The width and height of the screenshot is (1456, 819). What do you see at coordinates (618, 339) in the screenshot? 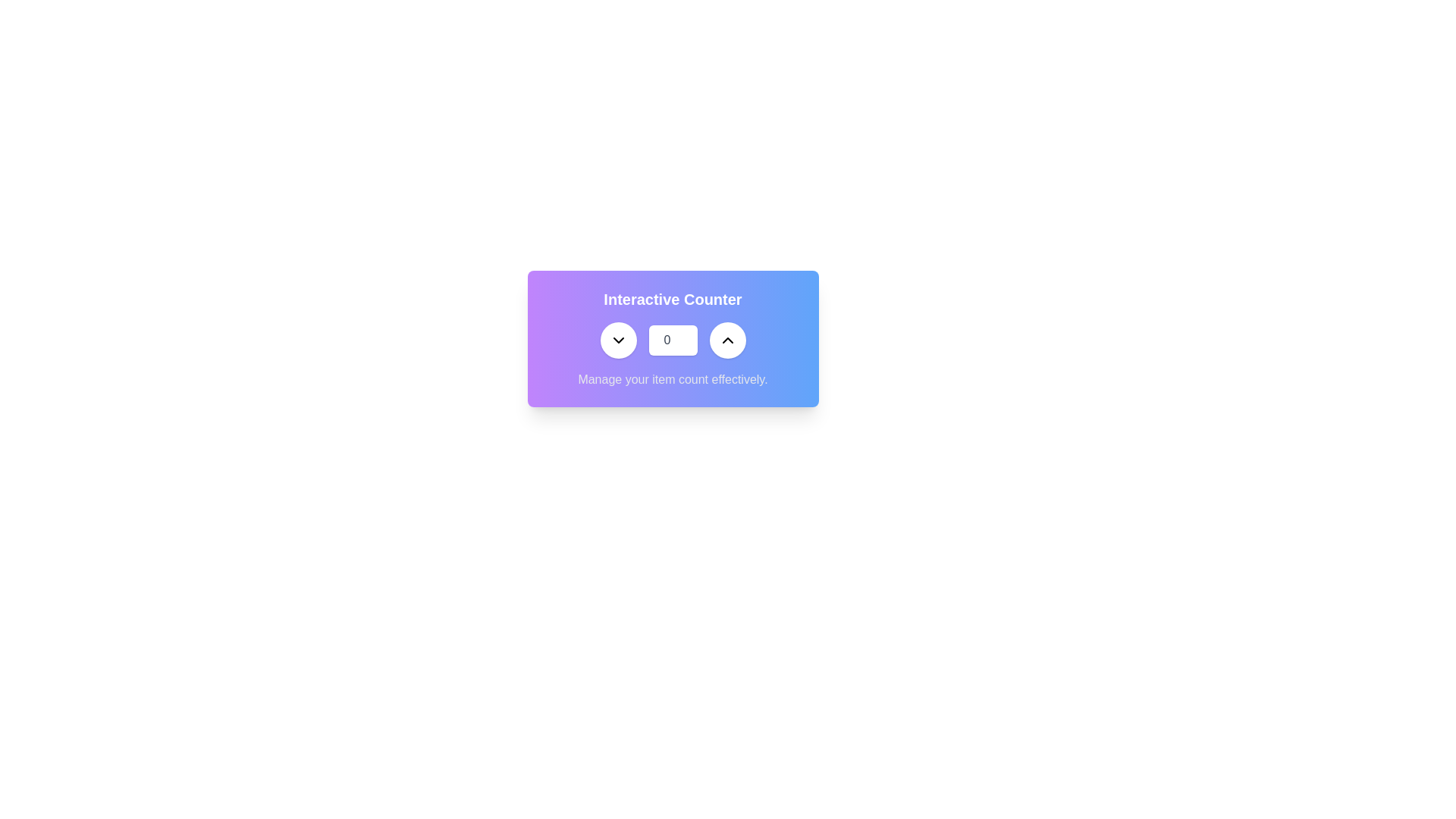
I see `the leftmost decrement button with a downward chevron to decrease the count or value` at bounding box center [618, 339].